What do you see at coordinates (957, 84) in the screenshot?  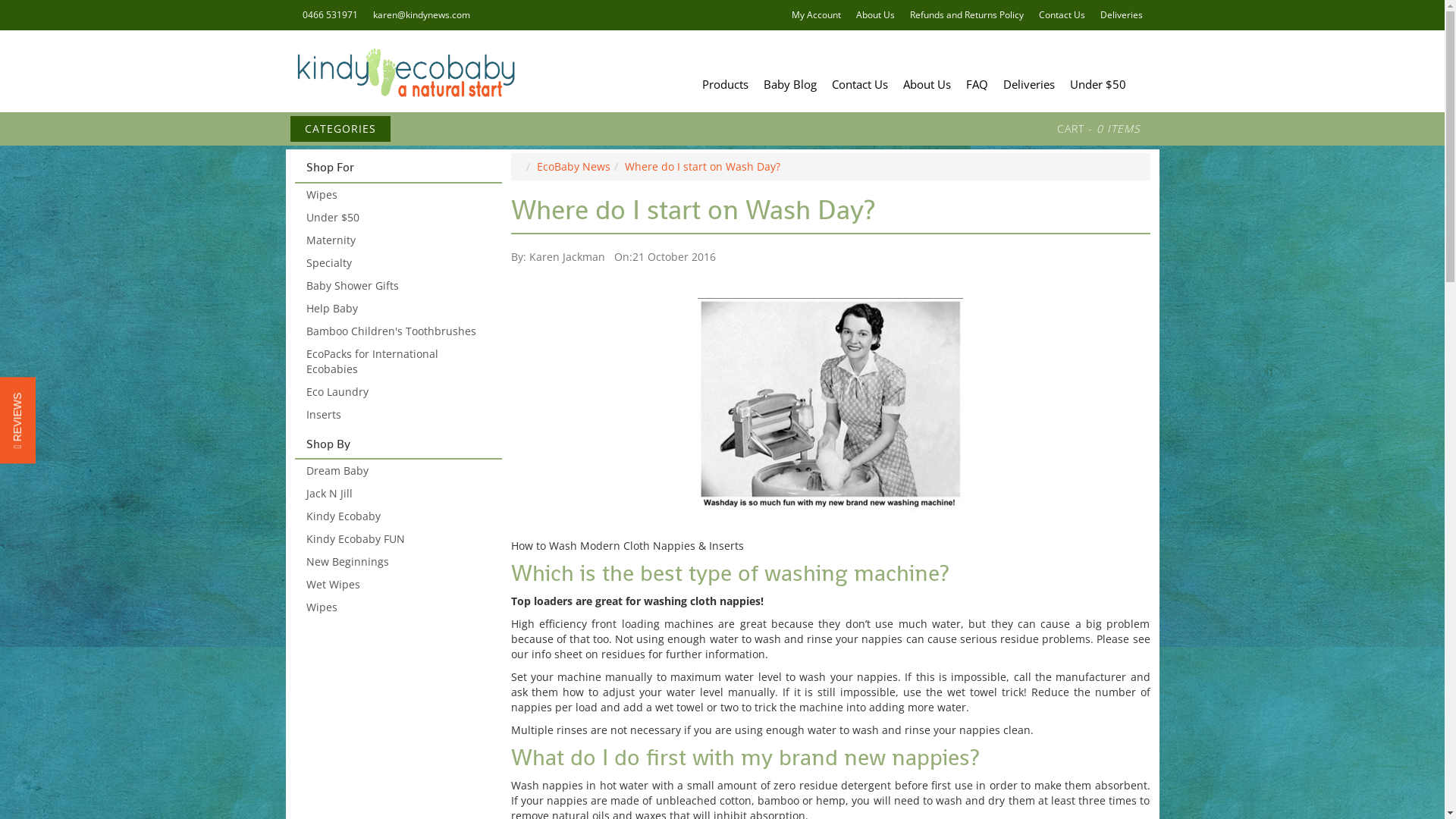 I see `'FAQ'` at bounding box center [957, 84].